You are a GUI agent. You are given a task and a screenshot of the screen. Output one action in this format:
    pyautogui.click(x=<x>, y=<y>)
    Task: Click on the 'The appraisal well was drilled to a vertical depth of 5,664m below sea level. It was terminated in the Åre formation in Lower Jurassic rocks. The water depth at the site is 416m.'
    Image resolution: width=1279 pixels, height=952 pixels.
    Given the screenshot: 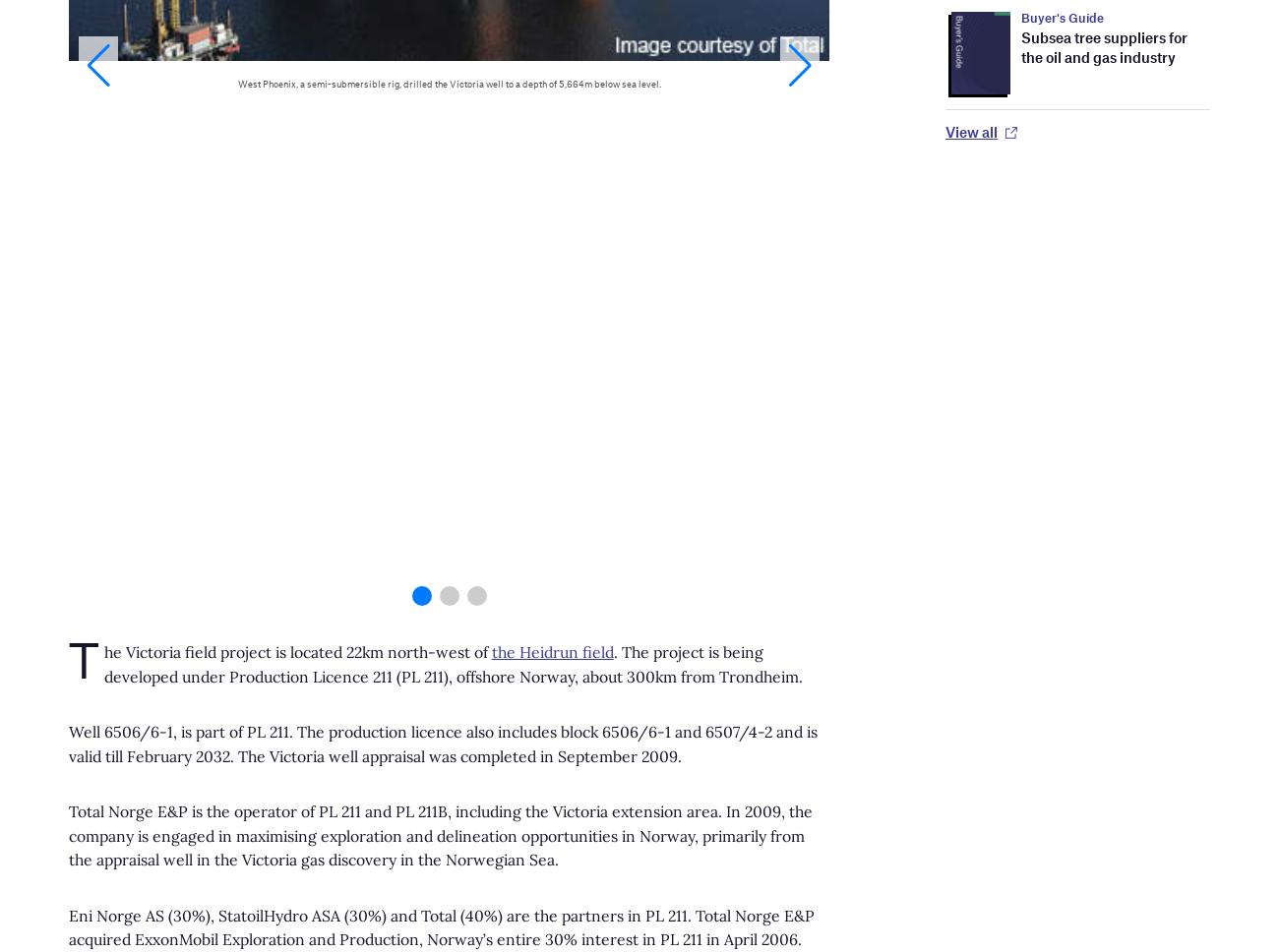 What is the action you would take?
    pyautogui.click(x=436, y=184)
    